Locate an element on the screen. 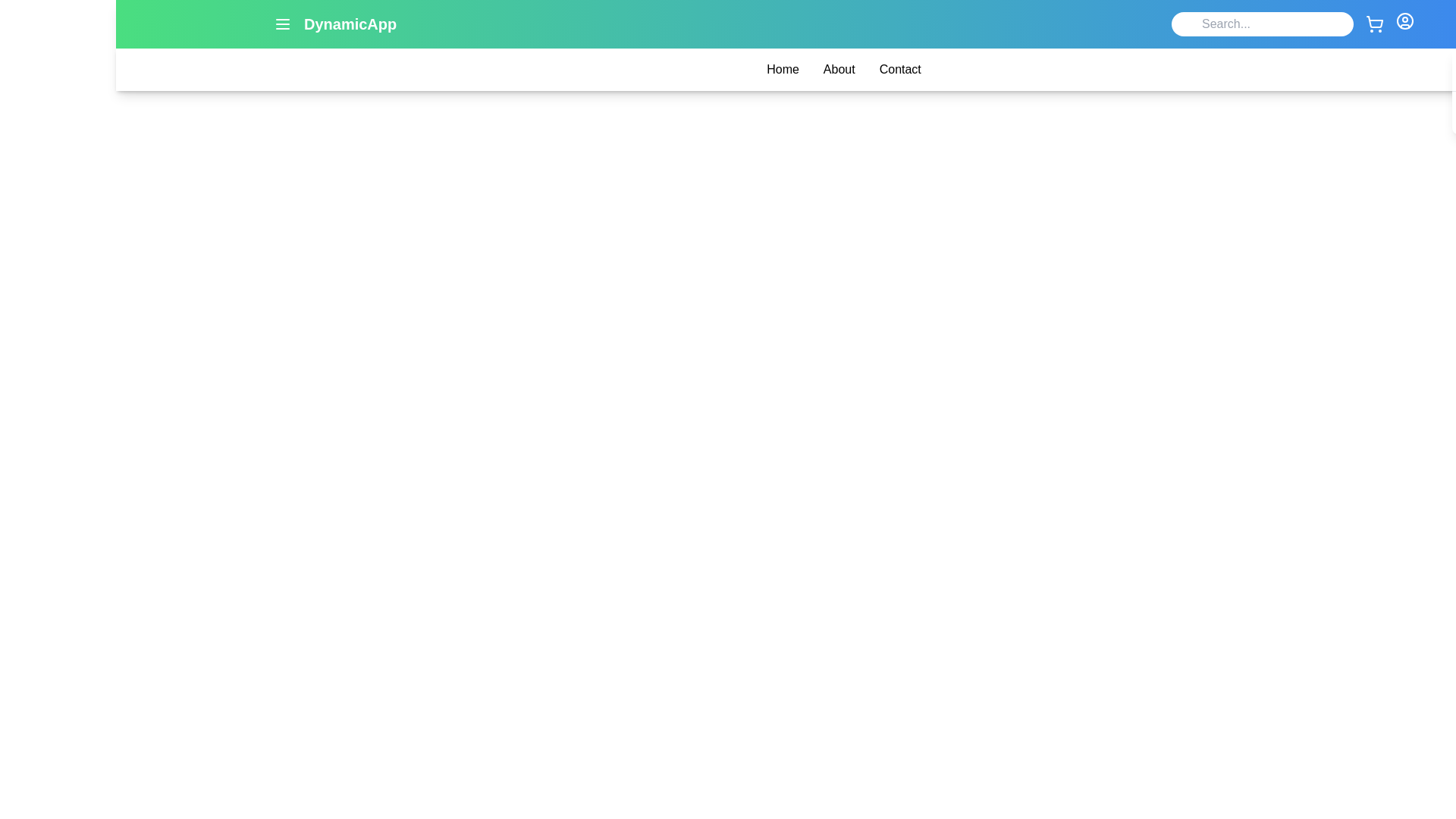 The height and width of the screenshot is (819, 1456). the 'Home' link in the menu bar is located at coordinates (783, 70).